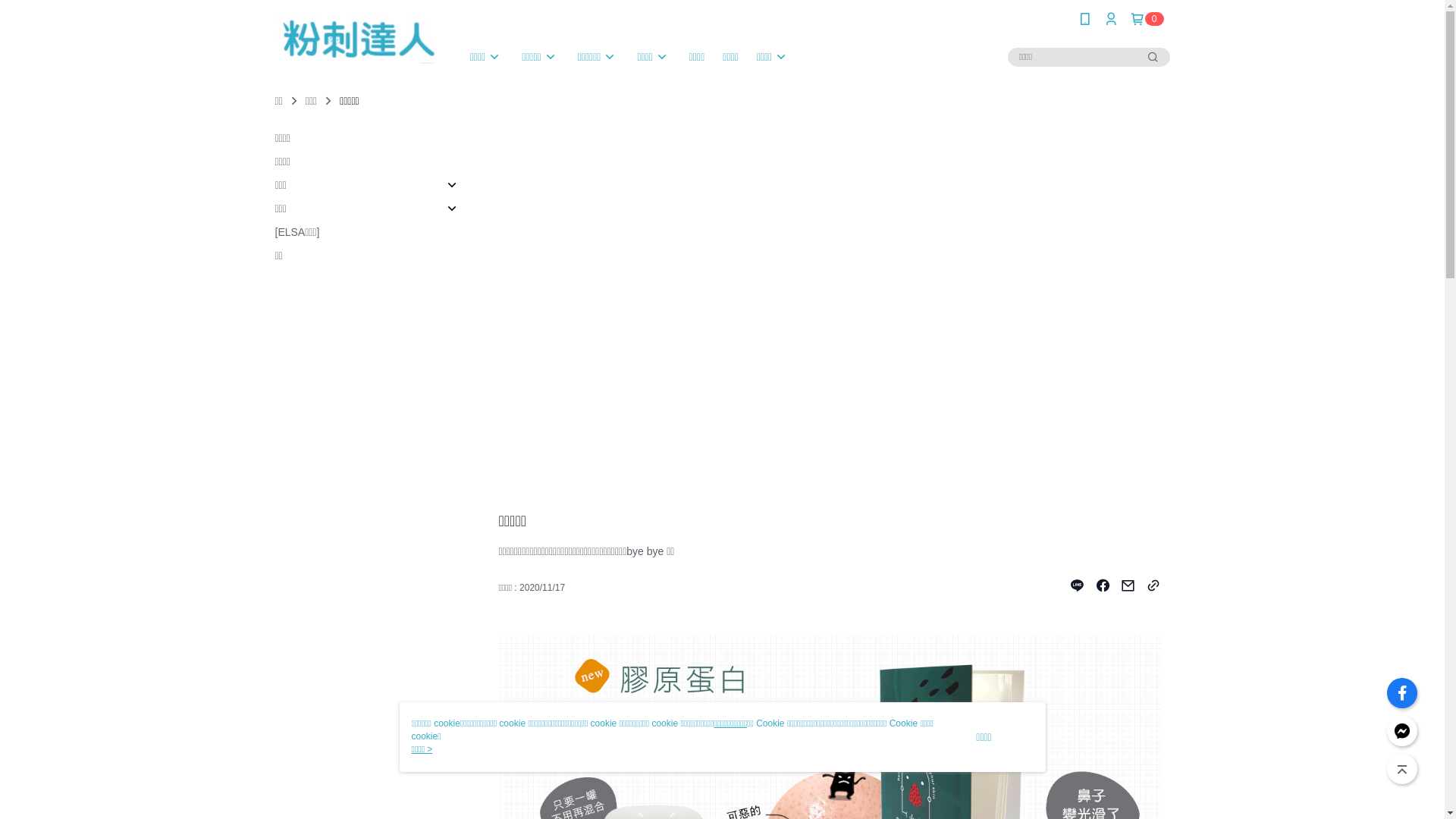 The image size is (1456, 819). What do you see at coordinates (1147, 18) in the screenshot?
I see `'0'` at bounding box center [1147, 18].